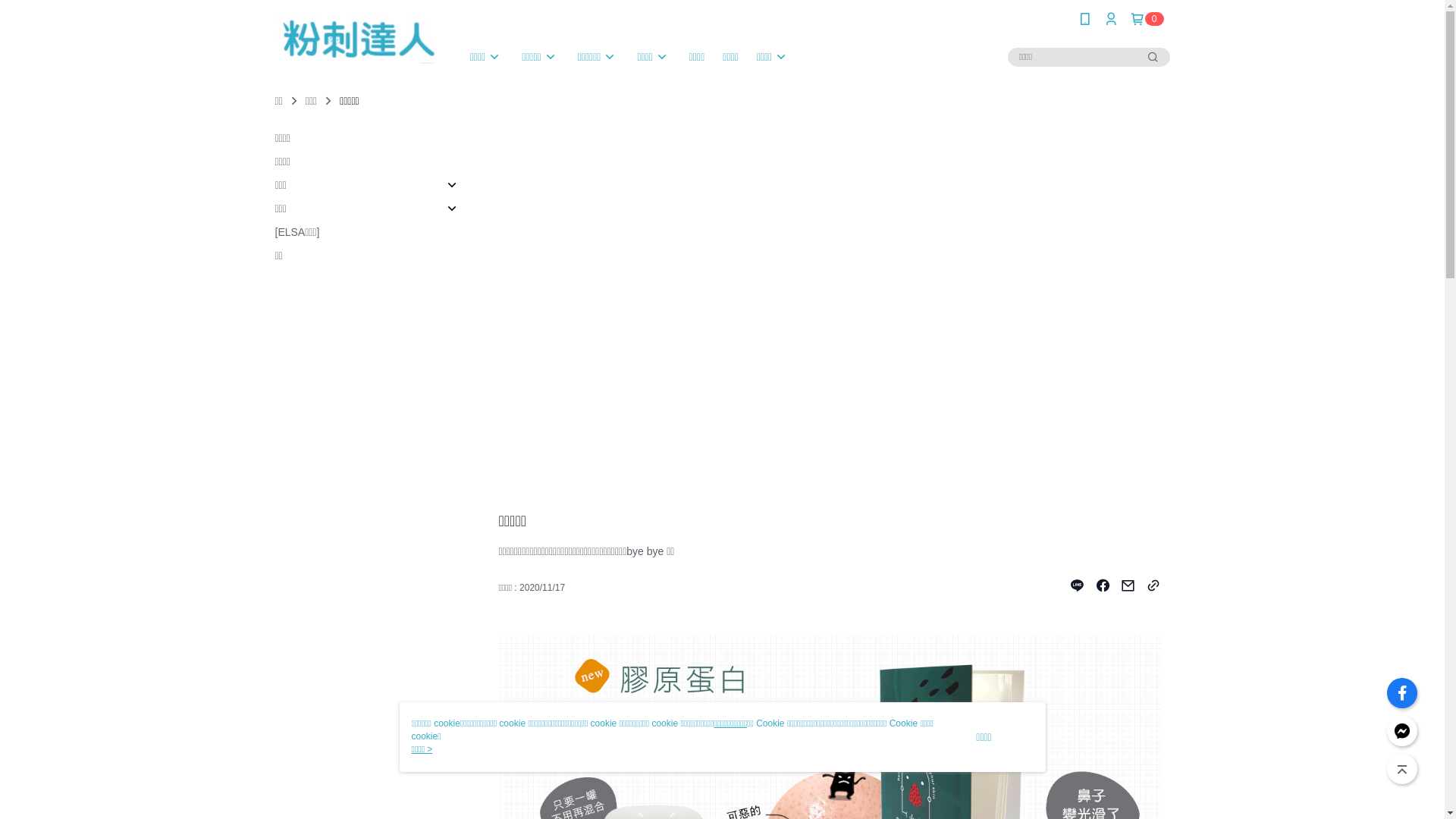 The image size is (1456, 819). What do you see at coordinates (1147, 18) in the screenshot?
I see `'0'` at bounding box center [1147, 18].